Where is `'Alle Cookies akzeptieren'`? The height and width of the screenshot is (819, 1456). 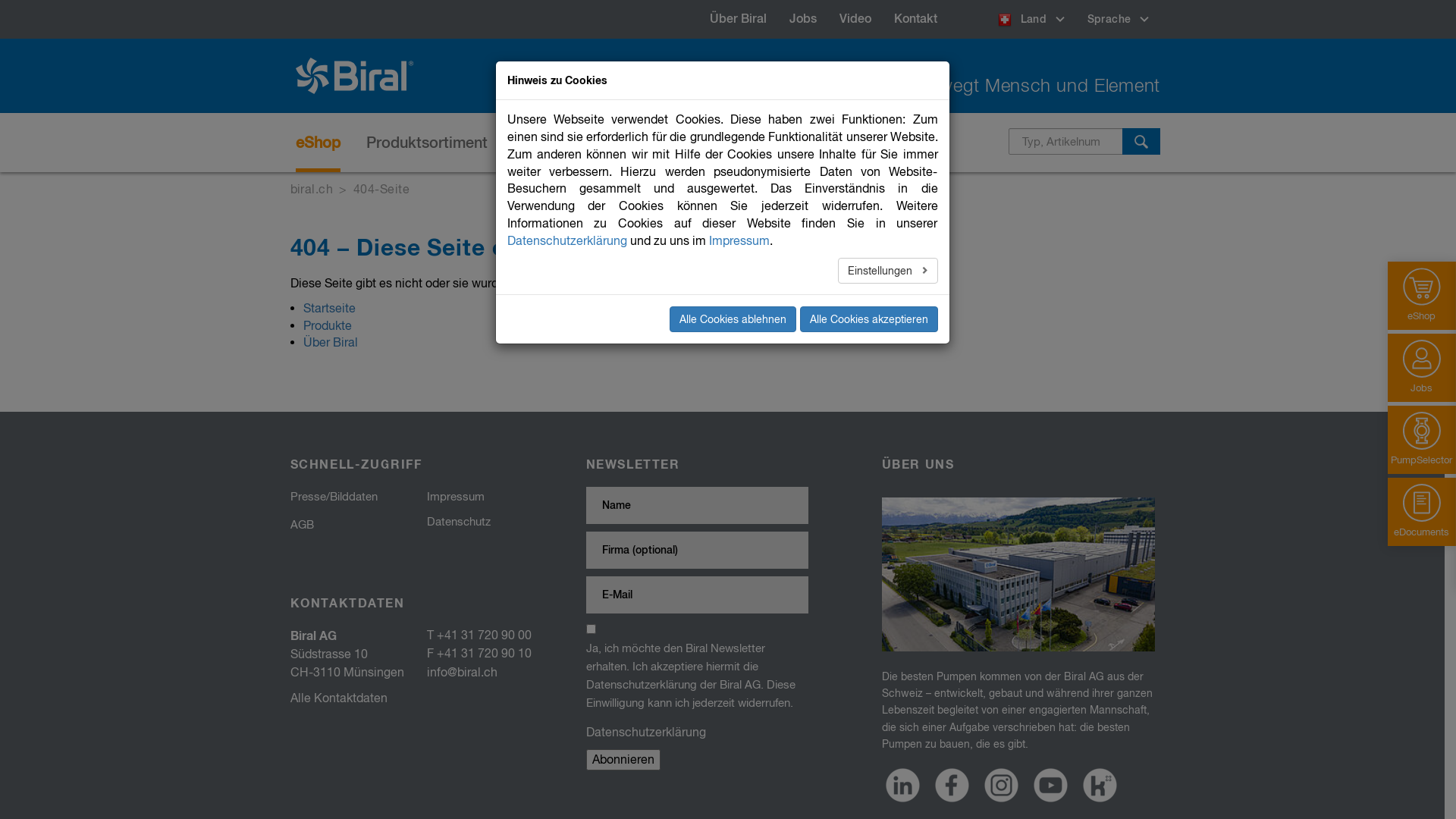 'Alle Cookies akzeptieren' is located at coordinates (868, 318).